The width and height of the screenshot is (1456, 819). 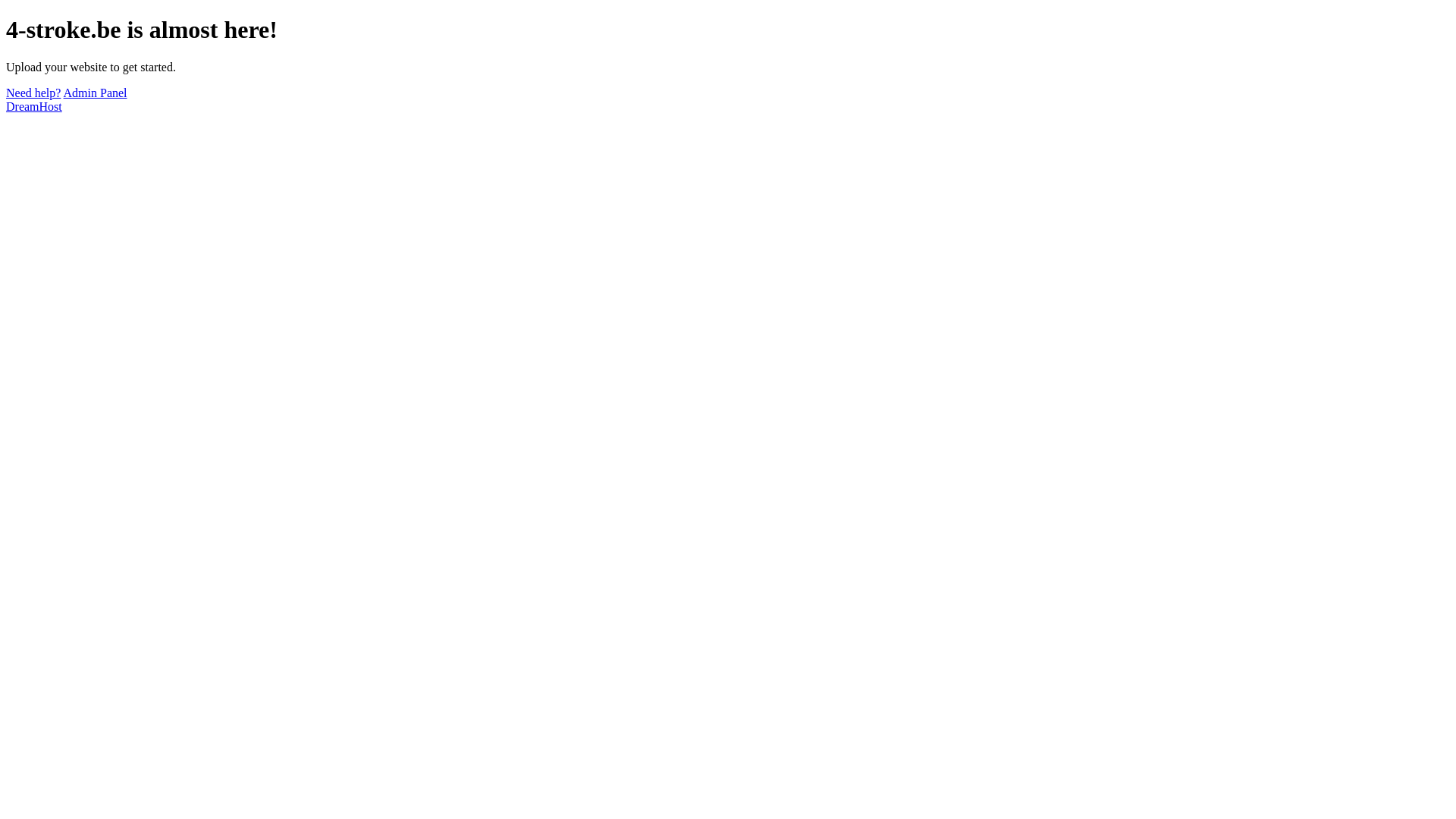 What do you see at coordinates (94, 93) in the screenshot?
I see `'Admin Panel'` at bounding box center [94, 93].